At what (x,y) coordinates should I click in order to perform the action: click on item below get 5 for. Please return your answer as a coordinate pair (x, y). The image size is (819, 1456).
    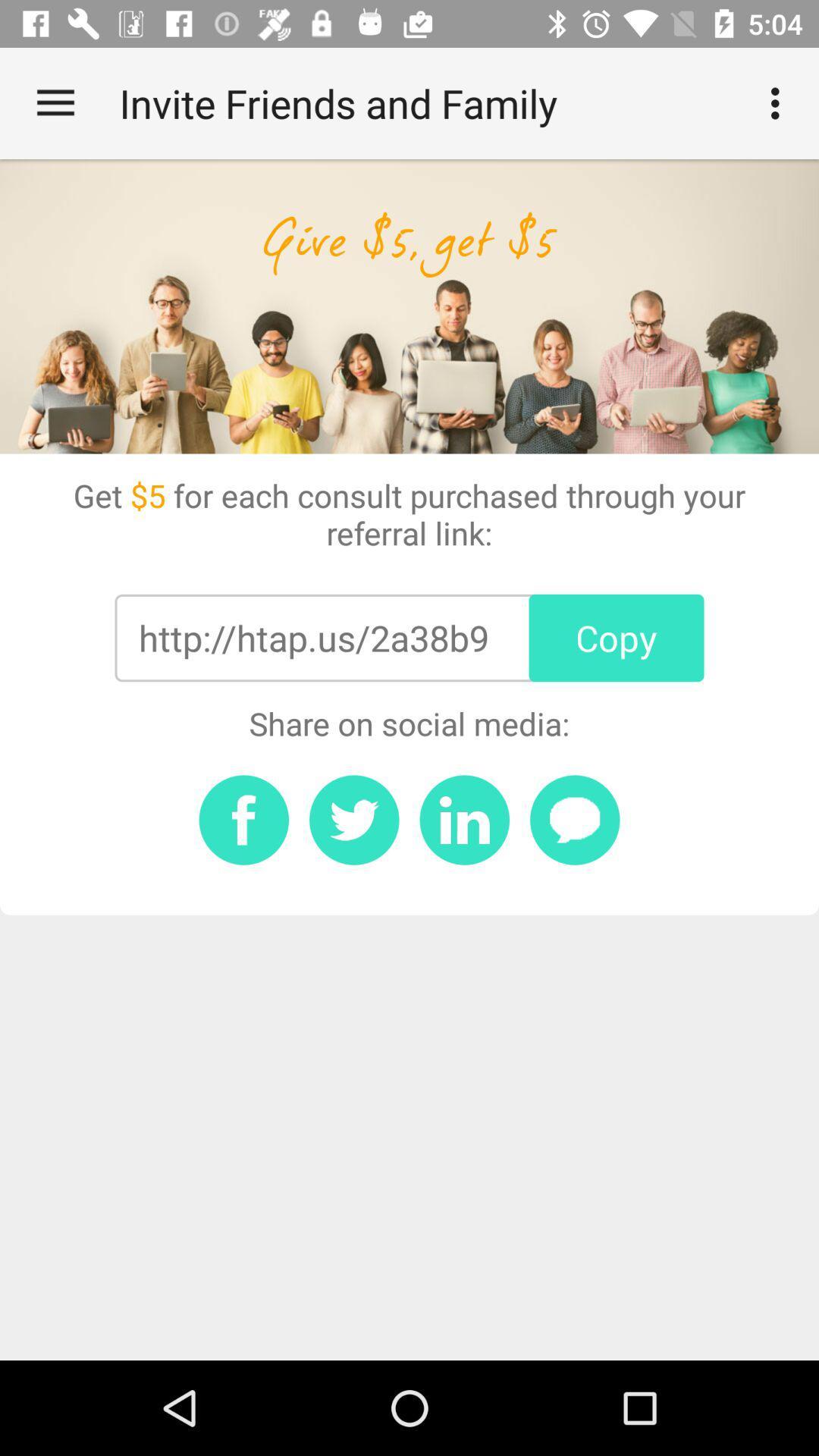
    Looking at the image, I should click on (617, 638).